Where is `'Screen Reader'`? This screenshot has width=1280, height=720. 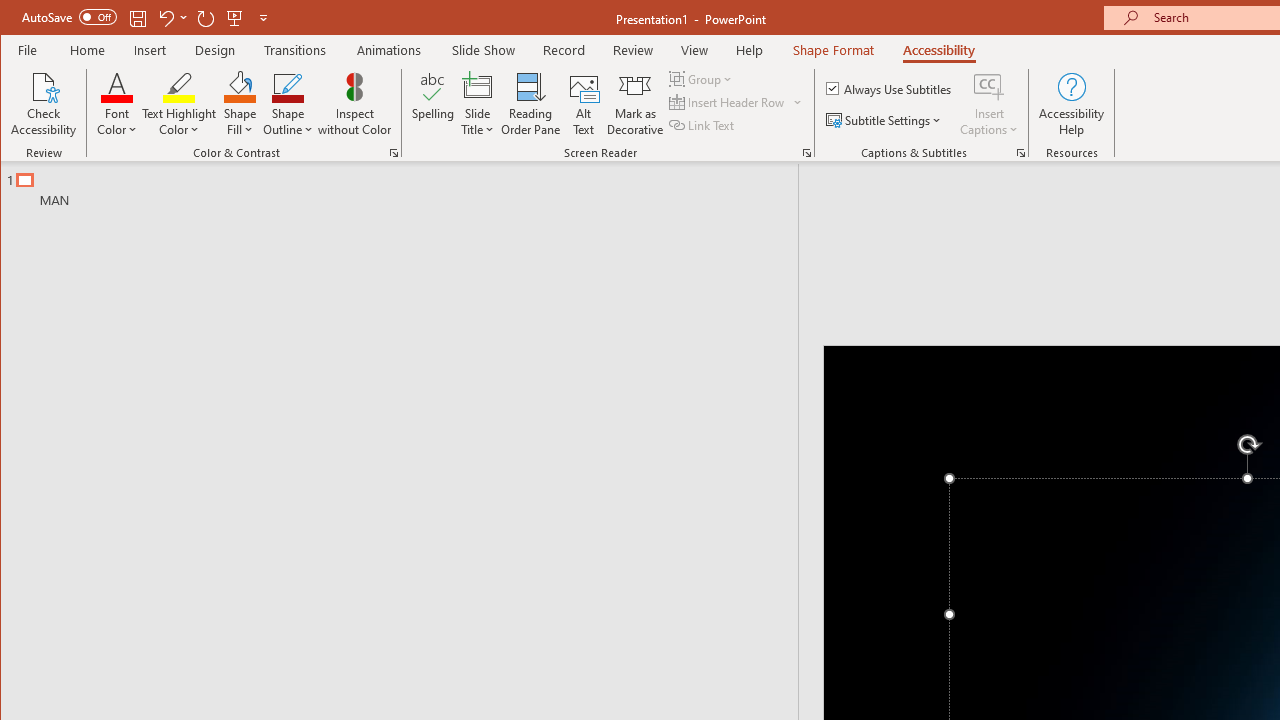
'Screen Reader' is located at coordinates (807, 152).